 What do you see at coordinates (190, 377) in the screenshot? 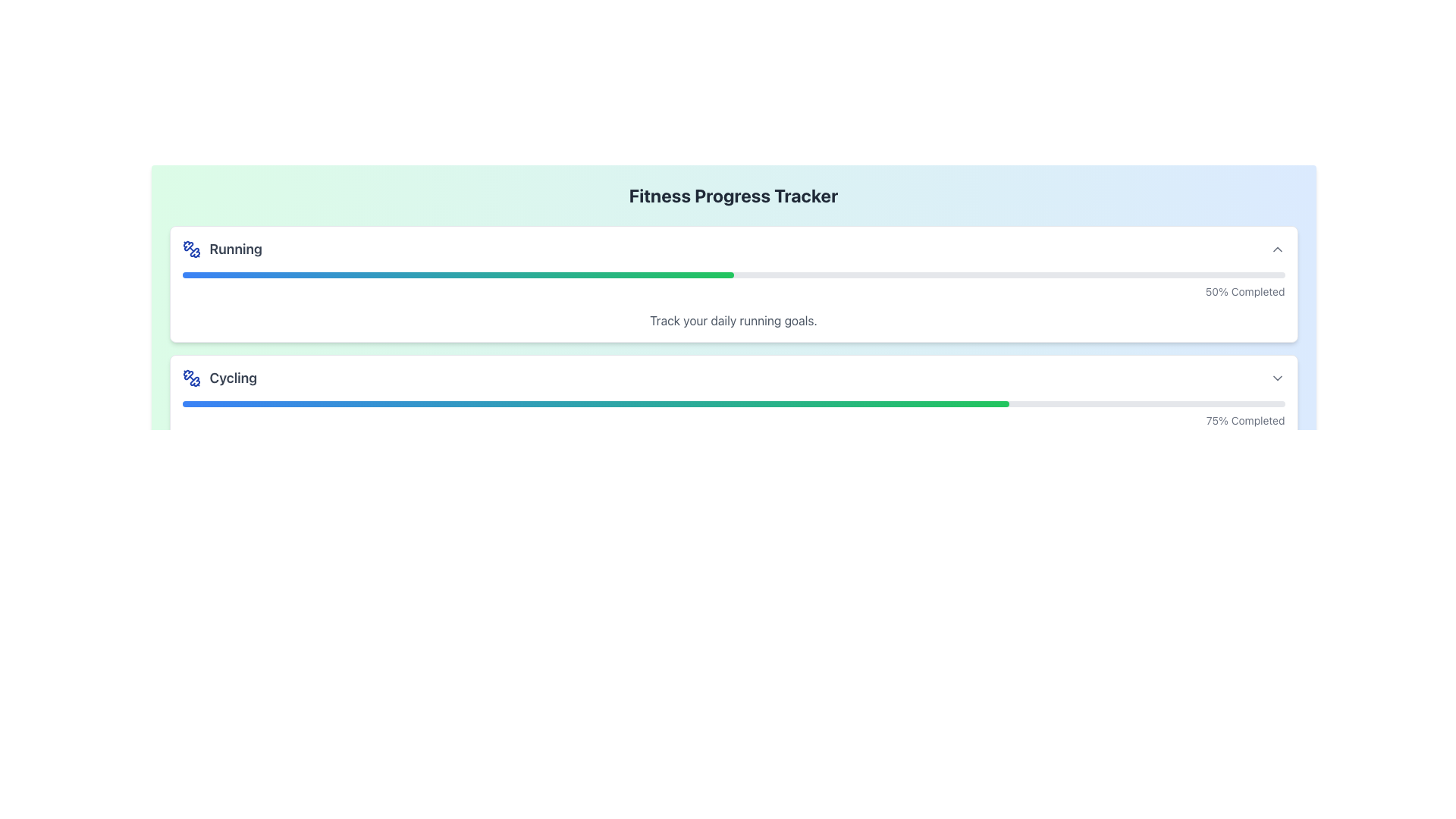
I see `the blue dumbbell icon located to the left of the text 'Cycling' in the progress tracker interface` at bounding box center [190, 377].